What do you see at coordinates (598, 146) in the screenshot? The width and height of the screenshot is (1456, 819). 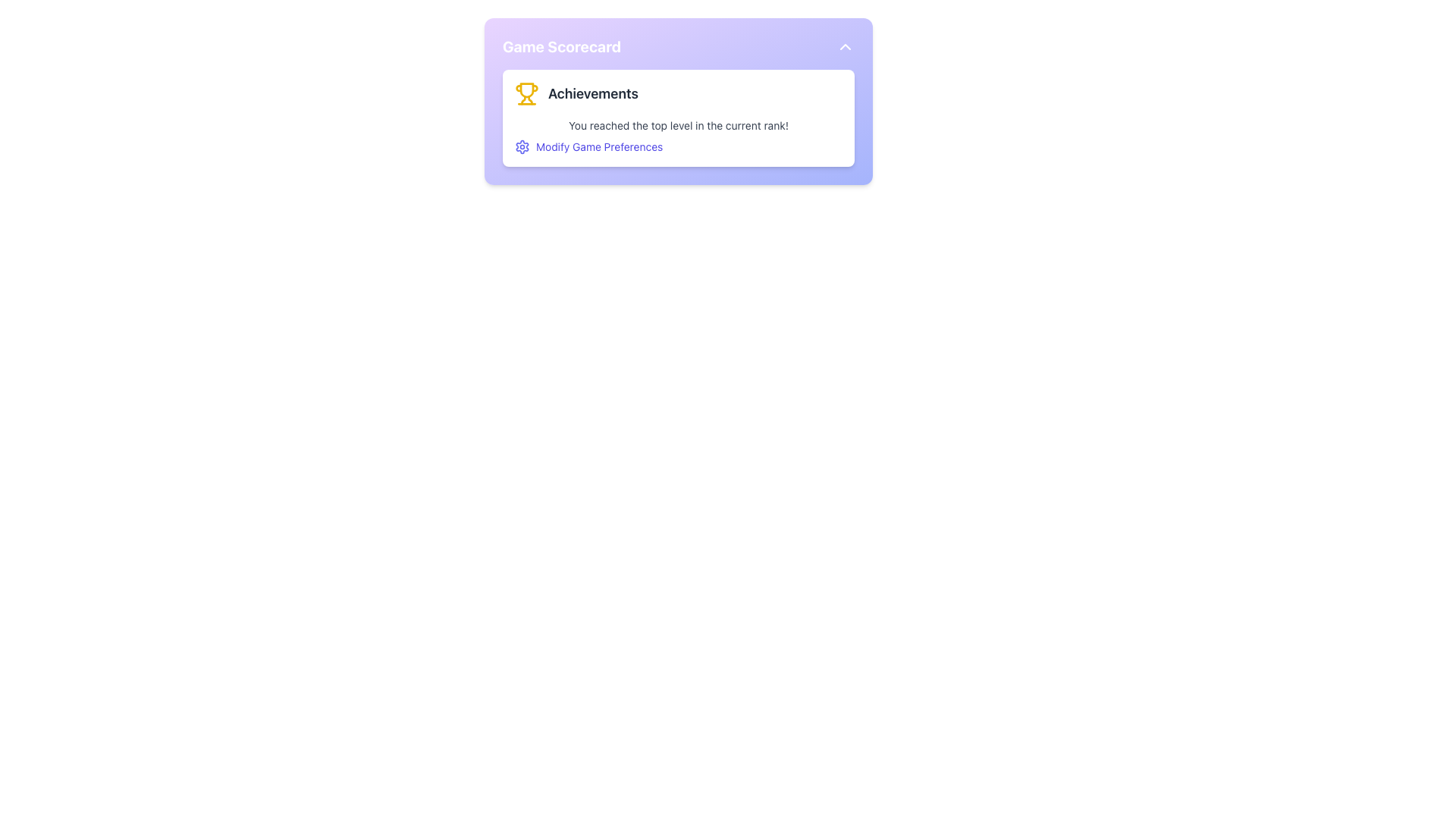 I see `the hyperlink for modifying game preferences located at the bottom of the purple card, next to the gear icon` at bounding box center [598, 146].